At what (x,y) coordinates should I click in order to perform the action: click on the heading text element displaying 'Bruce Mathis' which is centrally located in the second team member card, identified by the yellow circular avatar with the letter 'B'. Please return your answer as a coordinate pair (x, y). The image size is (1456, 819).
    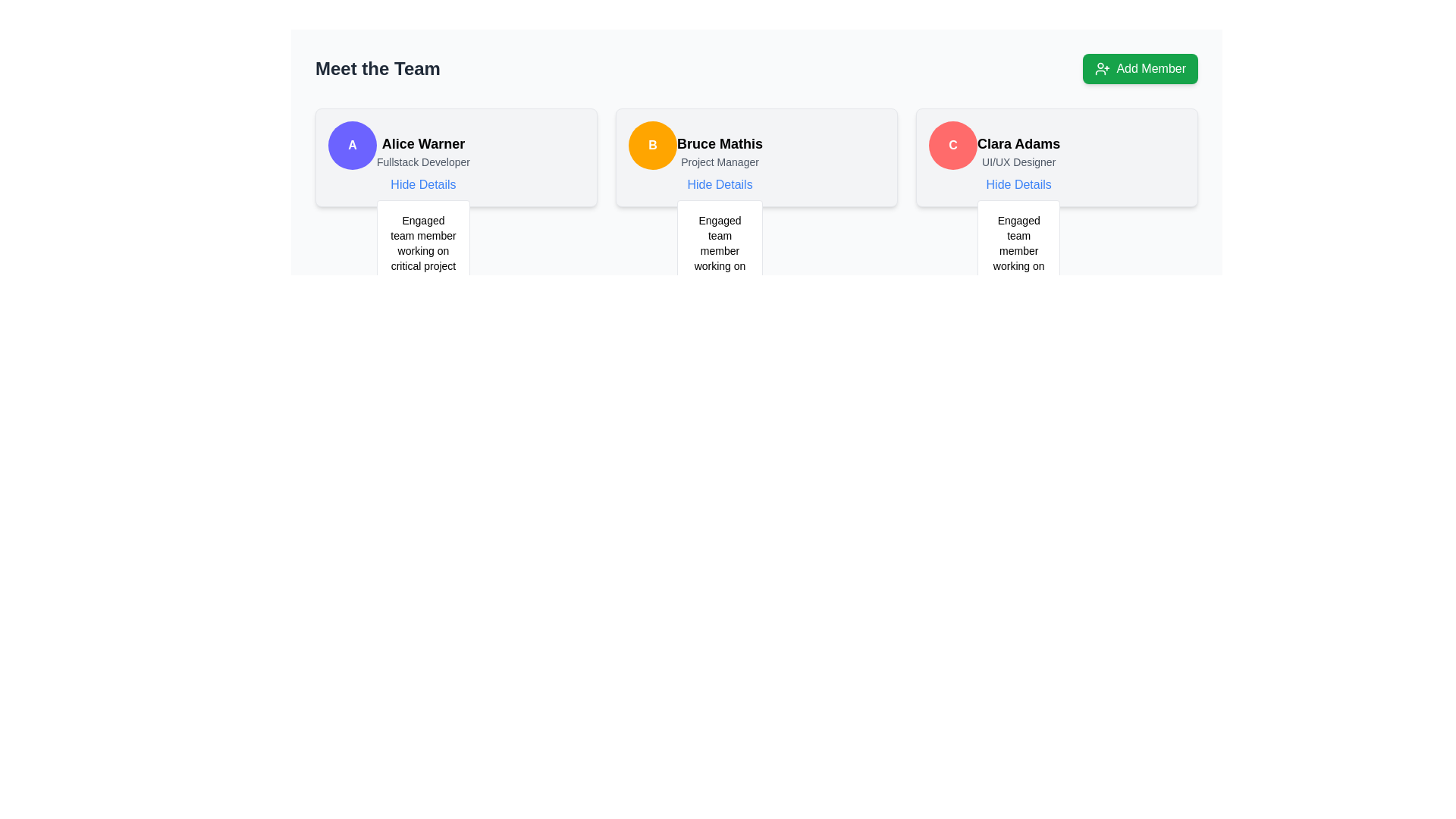
    Looking at the image, I should click on (719, 143).